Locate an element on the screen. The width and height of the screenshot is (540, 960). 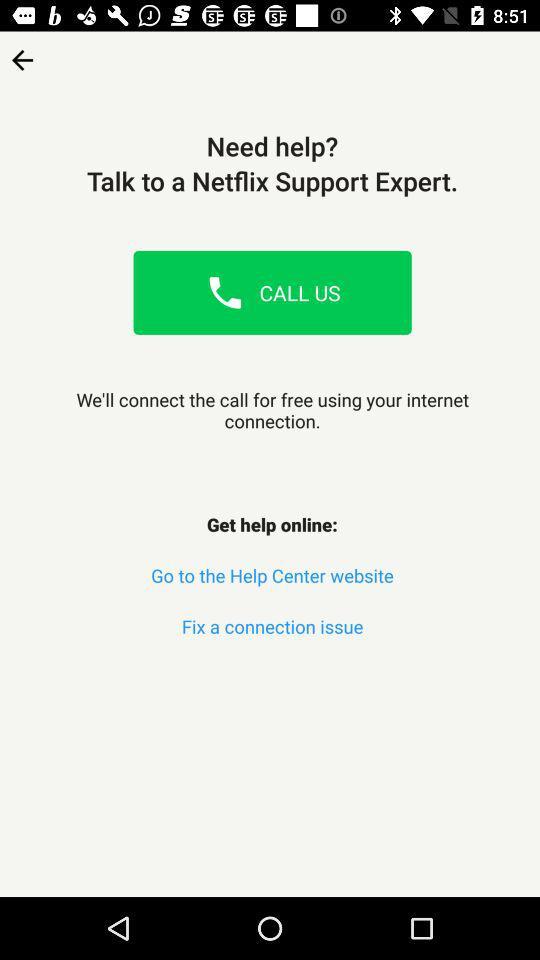
the icon below get help online: icon is located at coordinates (271, 575).